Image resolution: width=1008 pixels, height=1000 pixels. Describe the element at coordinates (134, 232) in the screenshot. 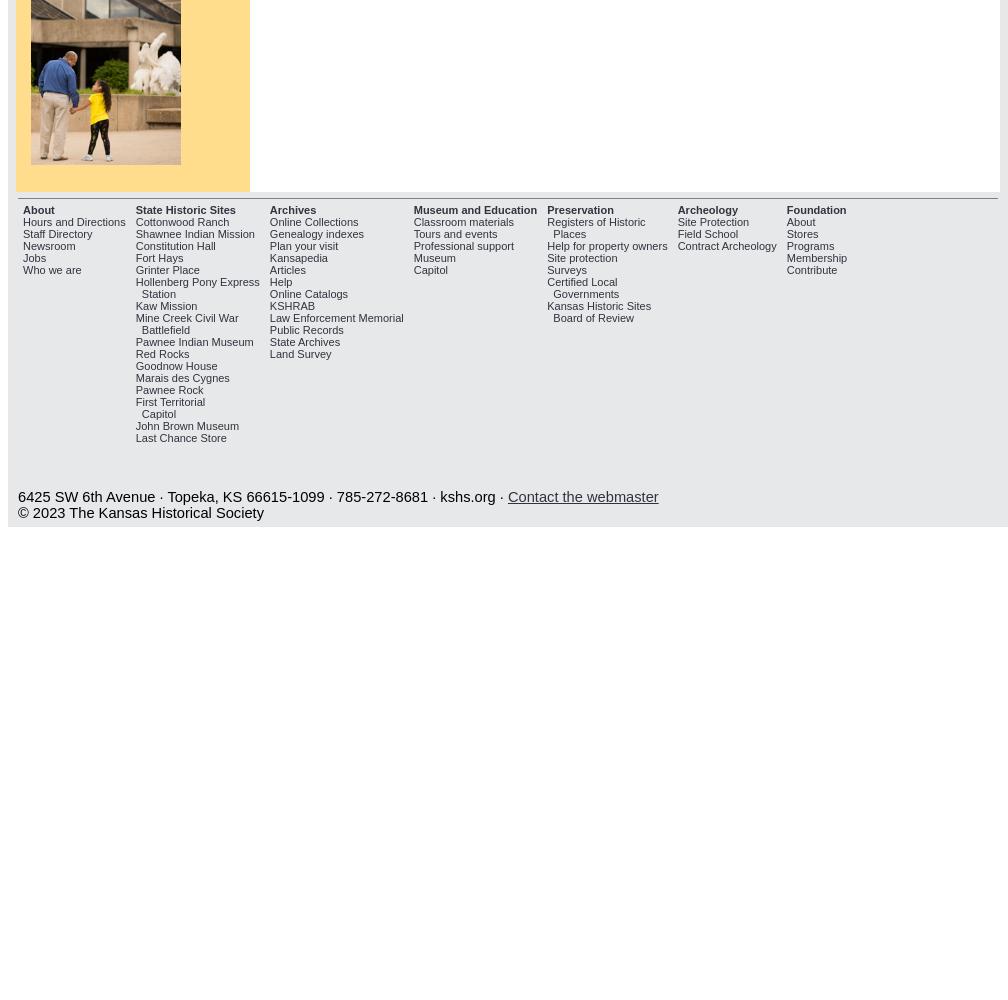

I see `'Shawnee Indian Mission'` at that location.